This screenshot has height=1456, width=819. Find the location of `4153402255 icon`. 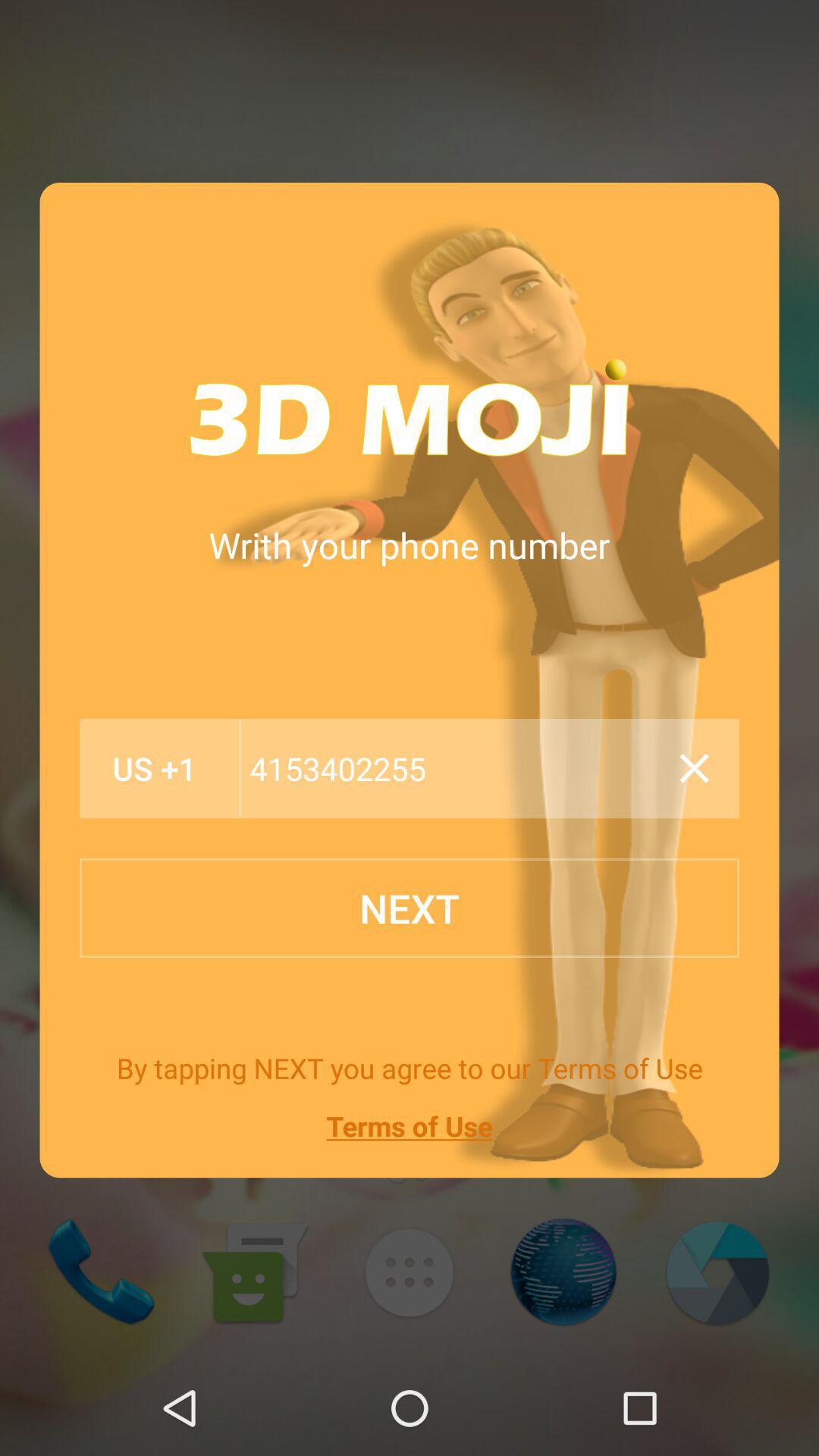

4153402255 icon is located at coordinates (453, 768).